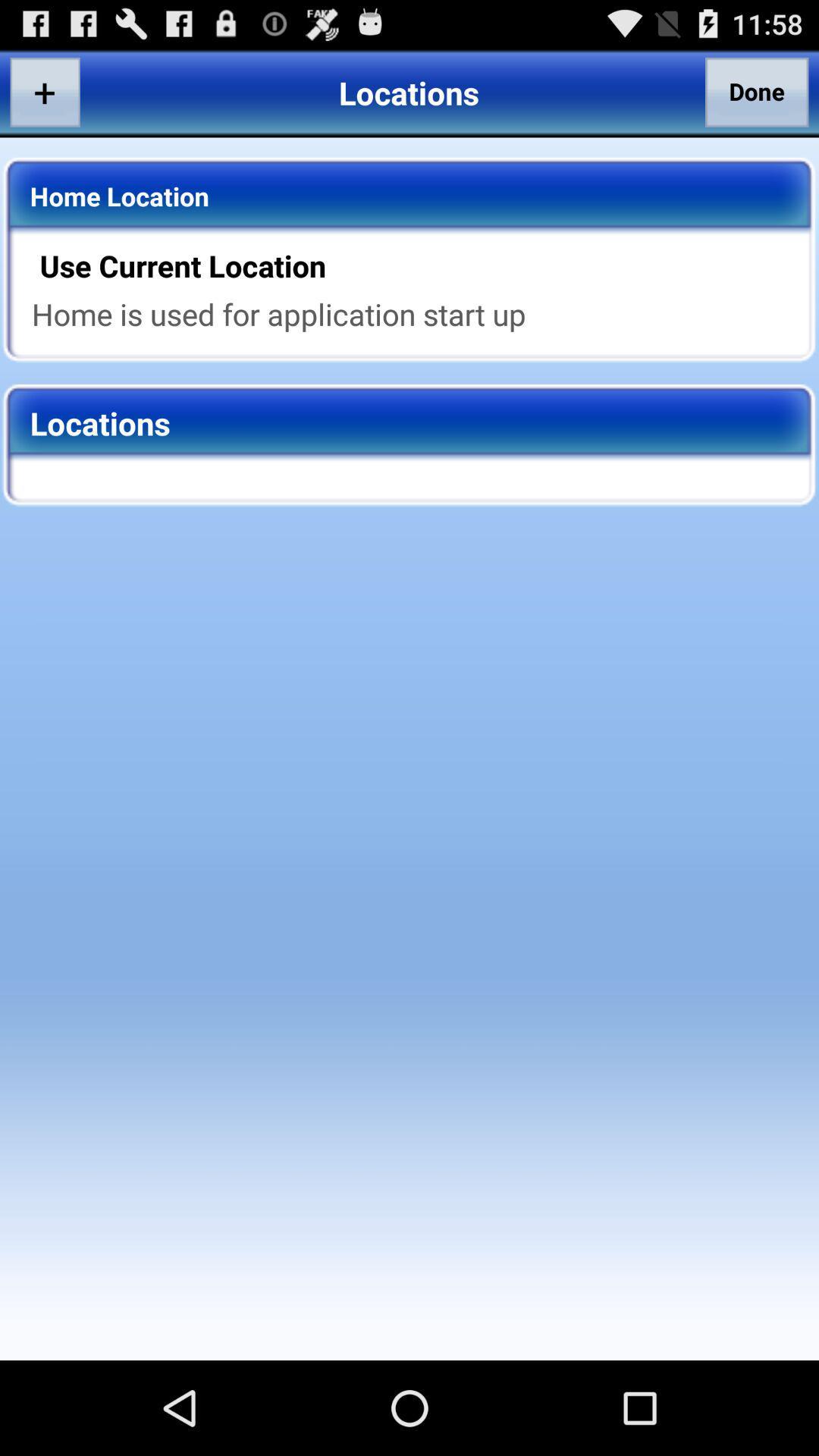 Image resolution: width=819 pixels, height=1456 pixels. What do you see at coordinates (757, 91) in the screenshot?
I see `the done button` at bounding box center [757, 91].